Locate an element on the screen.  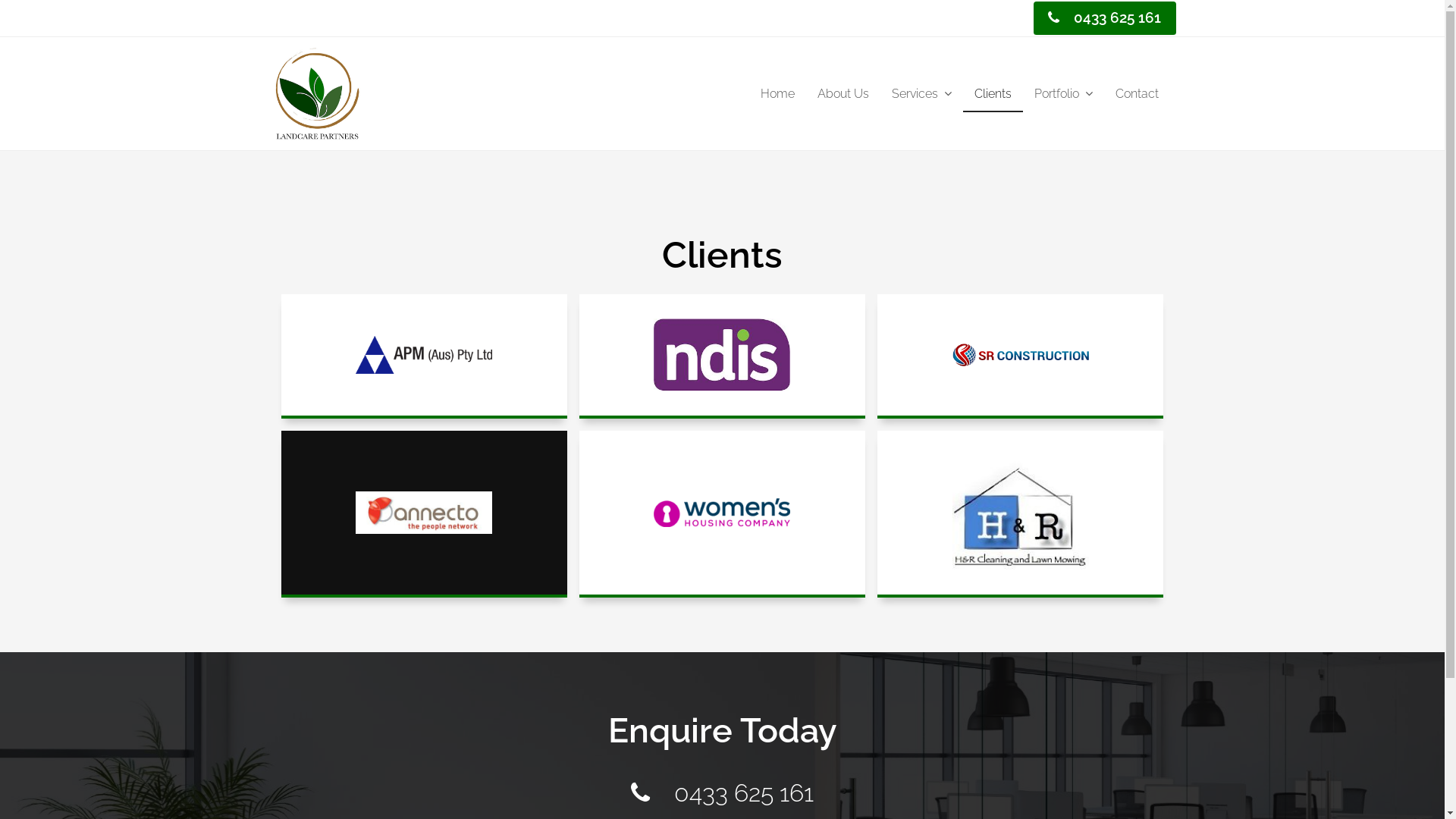
'Contact' is located at coordinates (1103, 94).